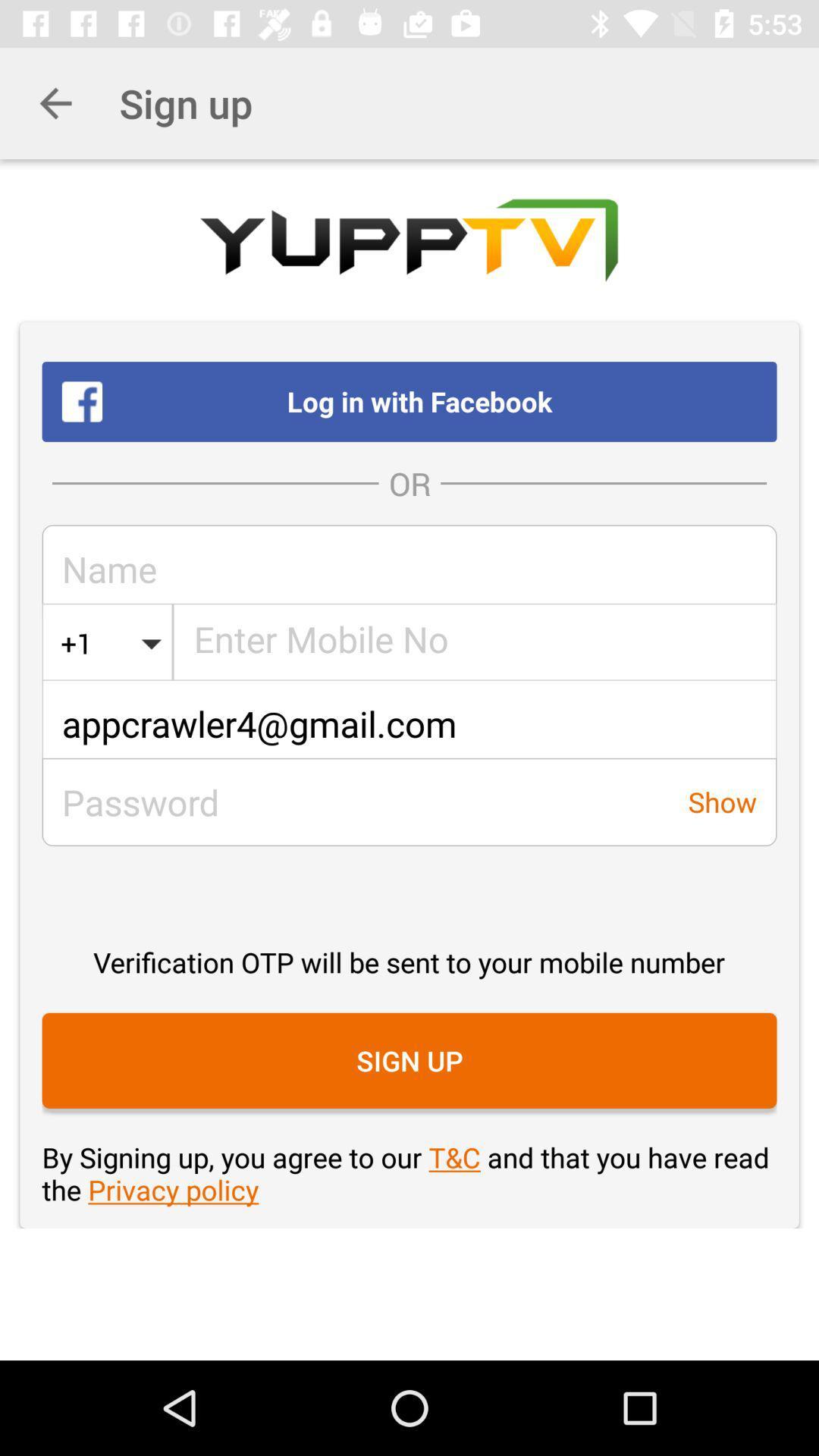 The image size is (819, 1456). I want to click on password, so click(355, 801).